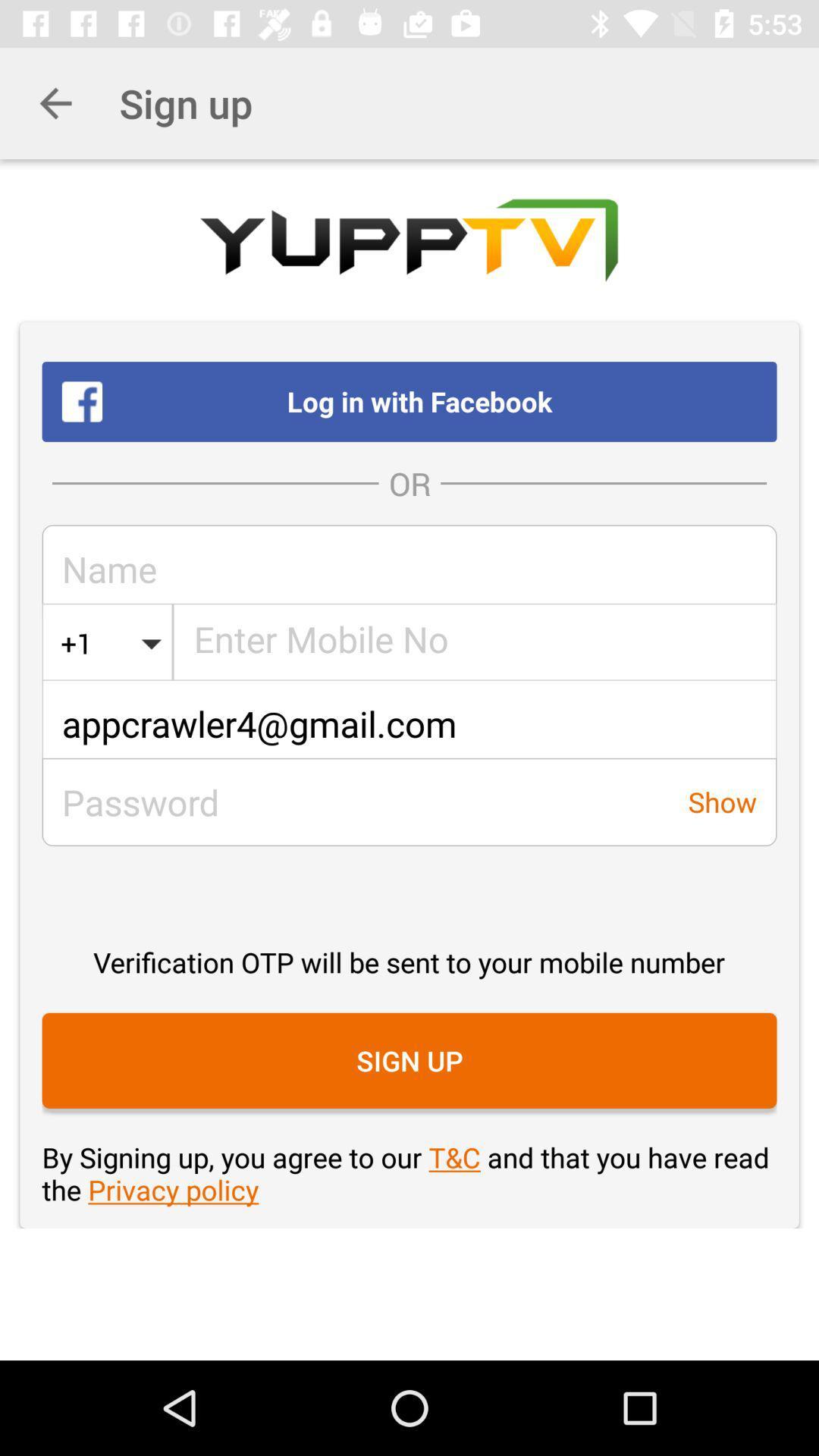 The image size is (819, 1456). I want to click on password, so click(355, 801).